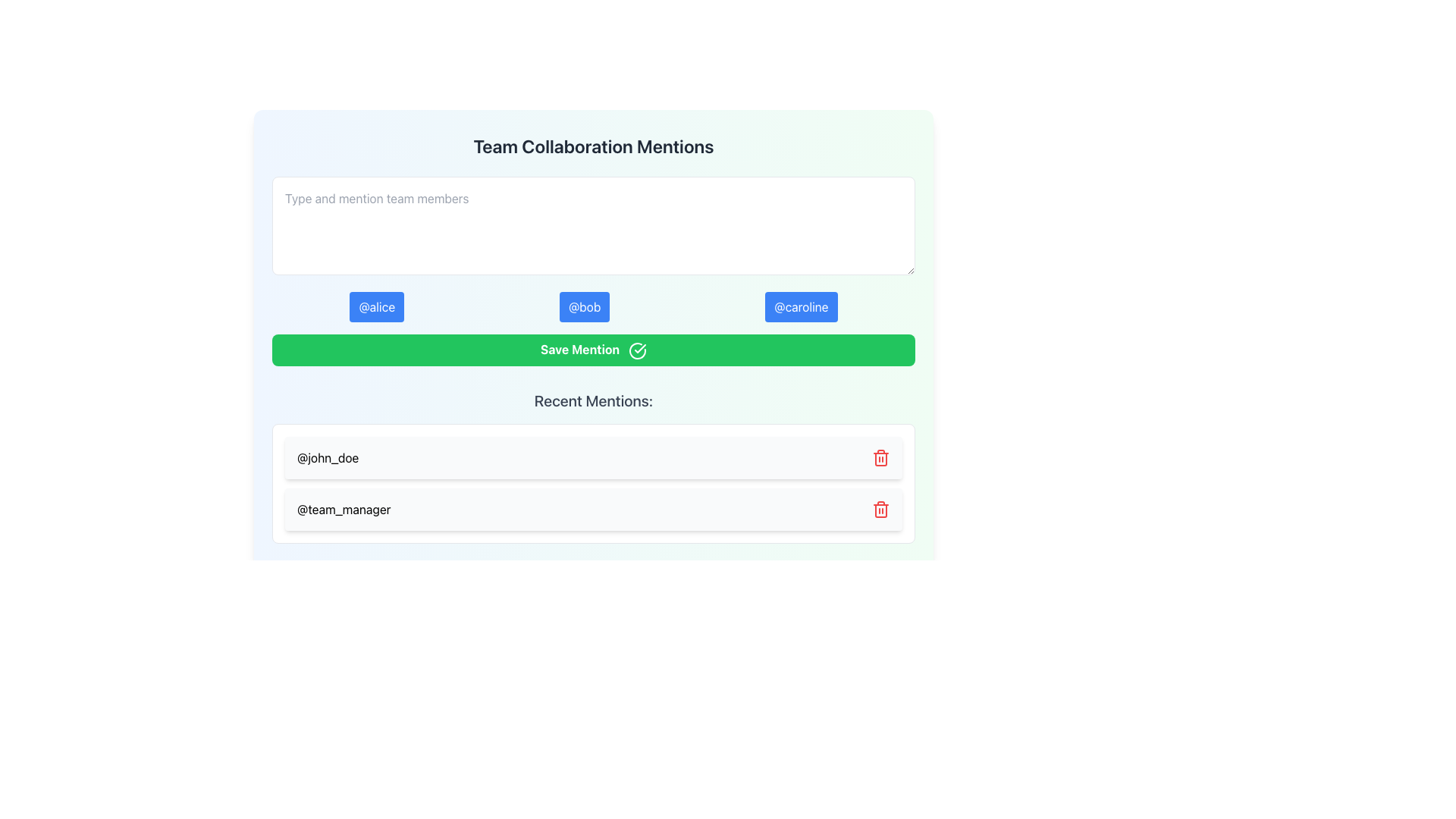  Describe the element at coordinates (880, 457) in the screenshot. I see `the deletion icon button for reordering, which is positioned` at that location.